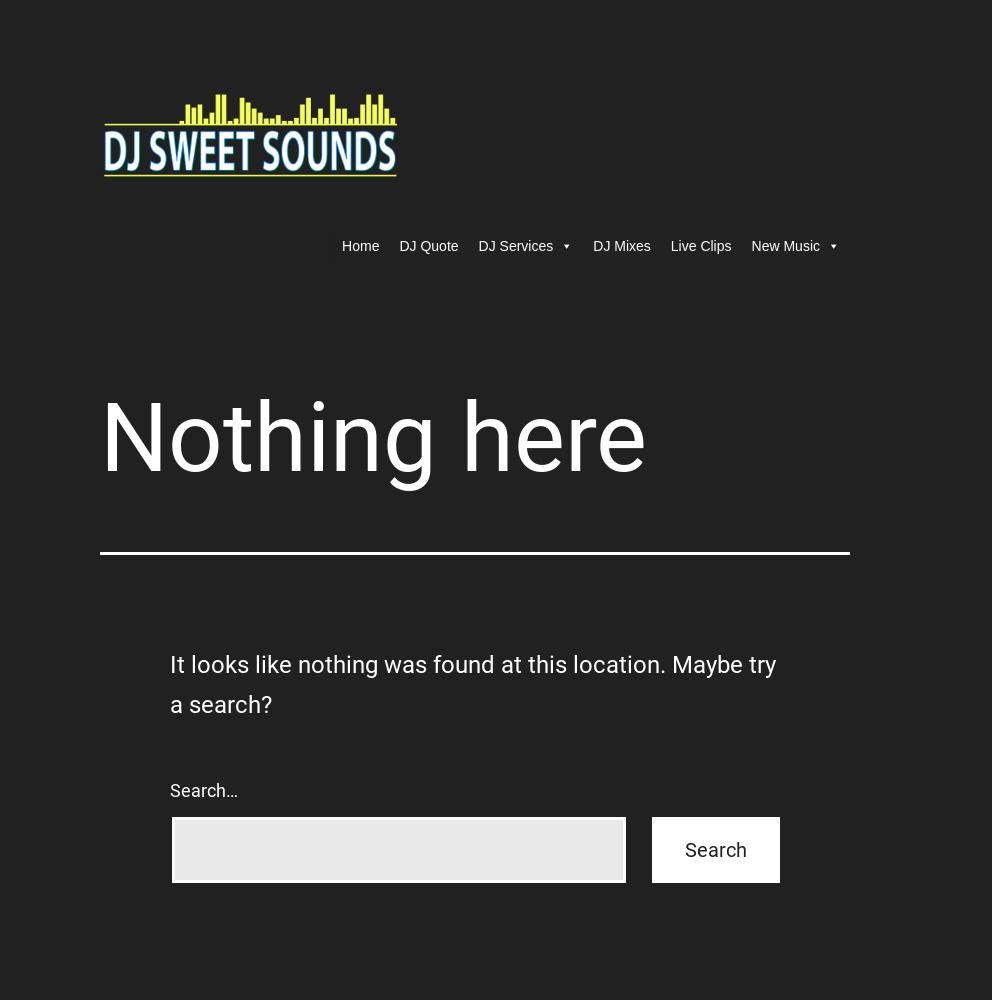 The image size is (992, 1000). What do you see at coordinates (478, 293) in the screenshot?
I see `'Event Add-ons'` at bounding box center [478, 293].